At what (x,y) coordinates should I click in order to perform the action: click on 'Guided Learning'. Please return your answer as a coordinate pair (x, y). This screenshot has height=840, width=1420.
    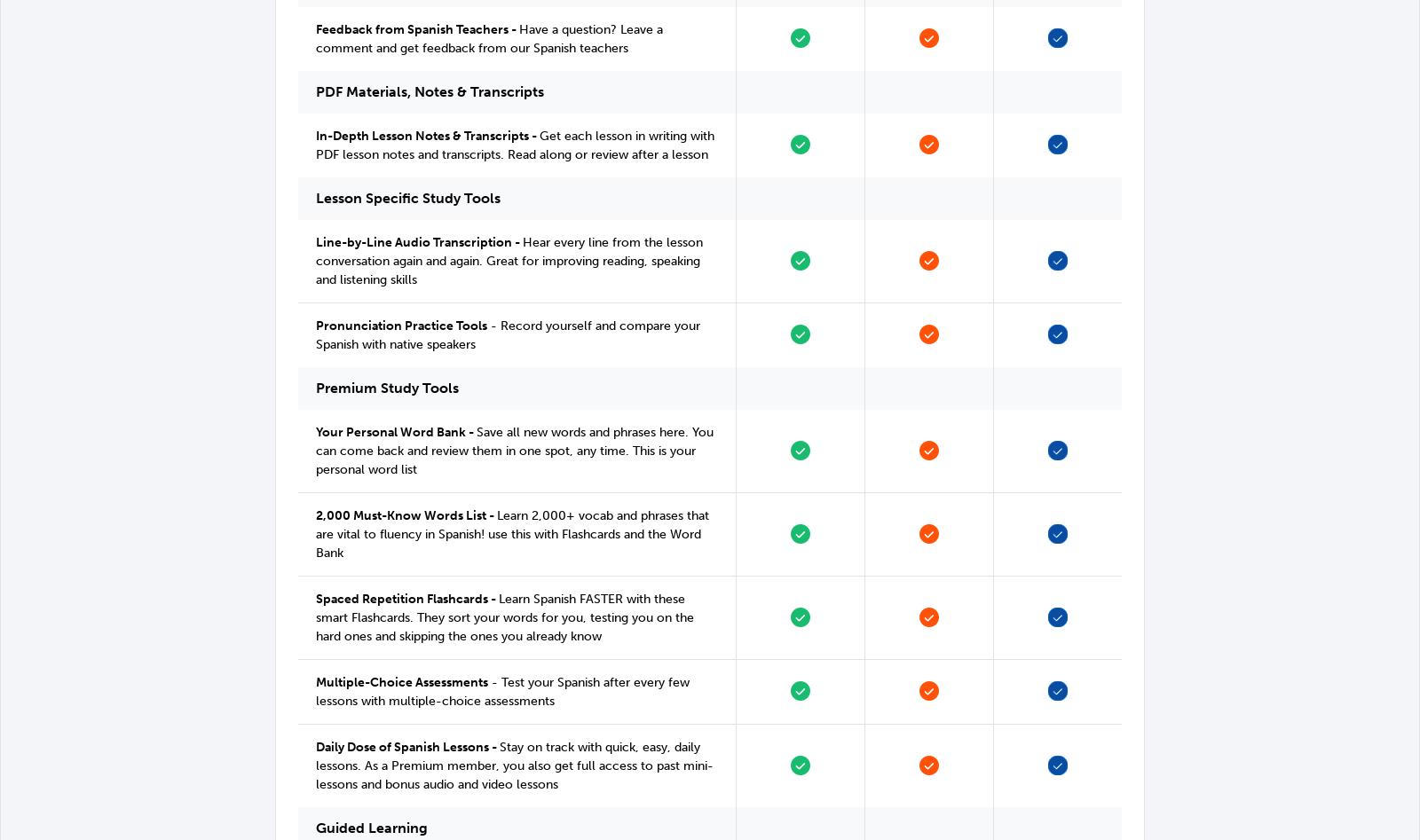
    Looking at the image, I should click on (371, 827).